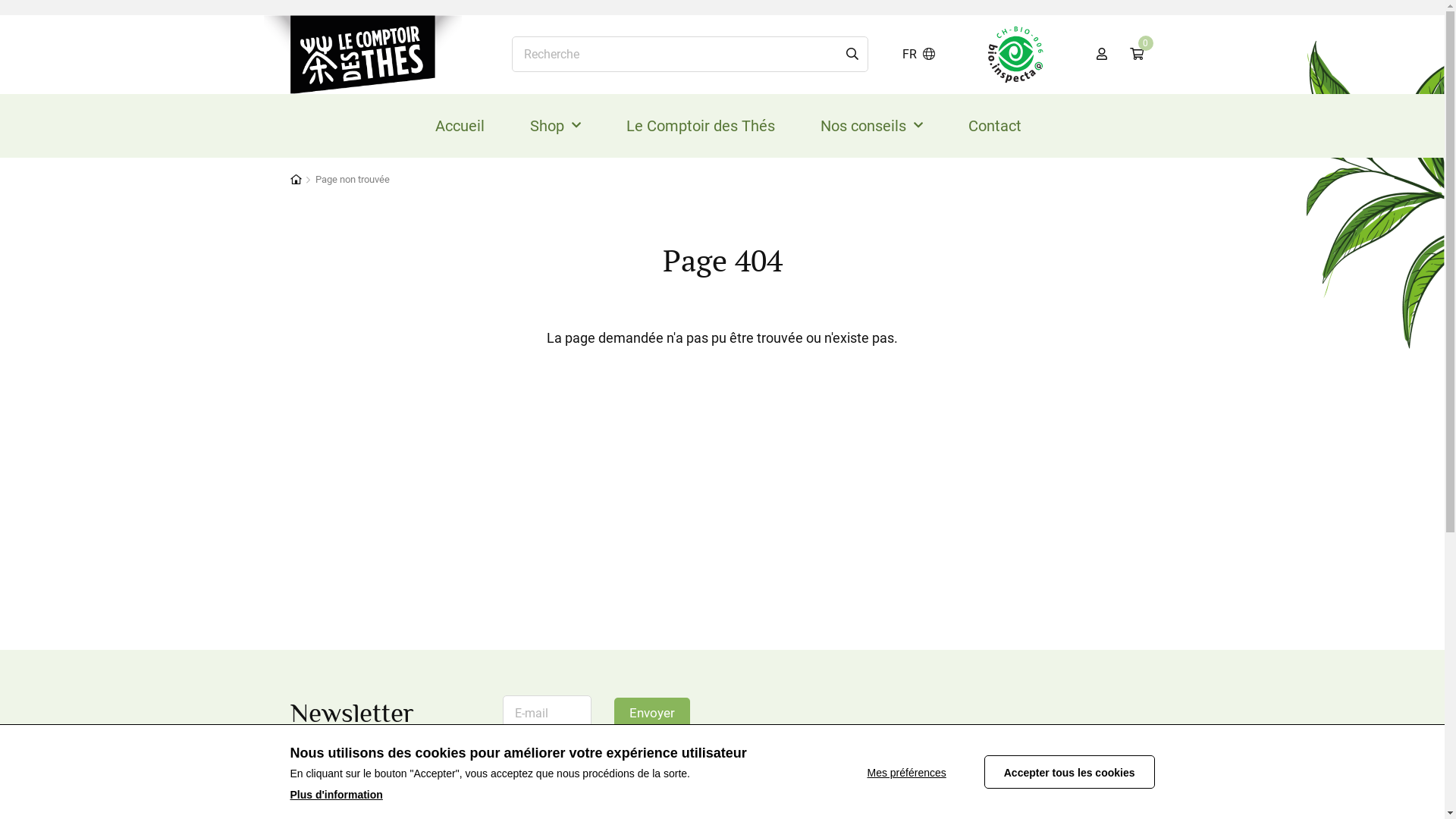 The height and width of the screenshot is (819, 1456). What do you see at coordinates (1117, 54) in the screenshot?
I see `'0'` at bounding box center [1117, 54].